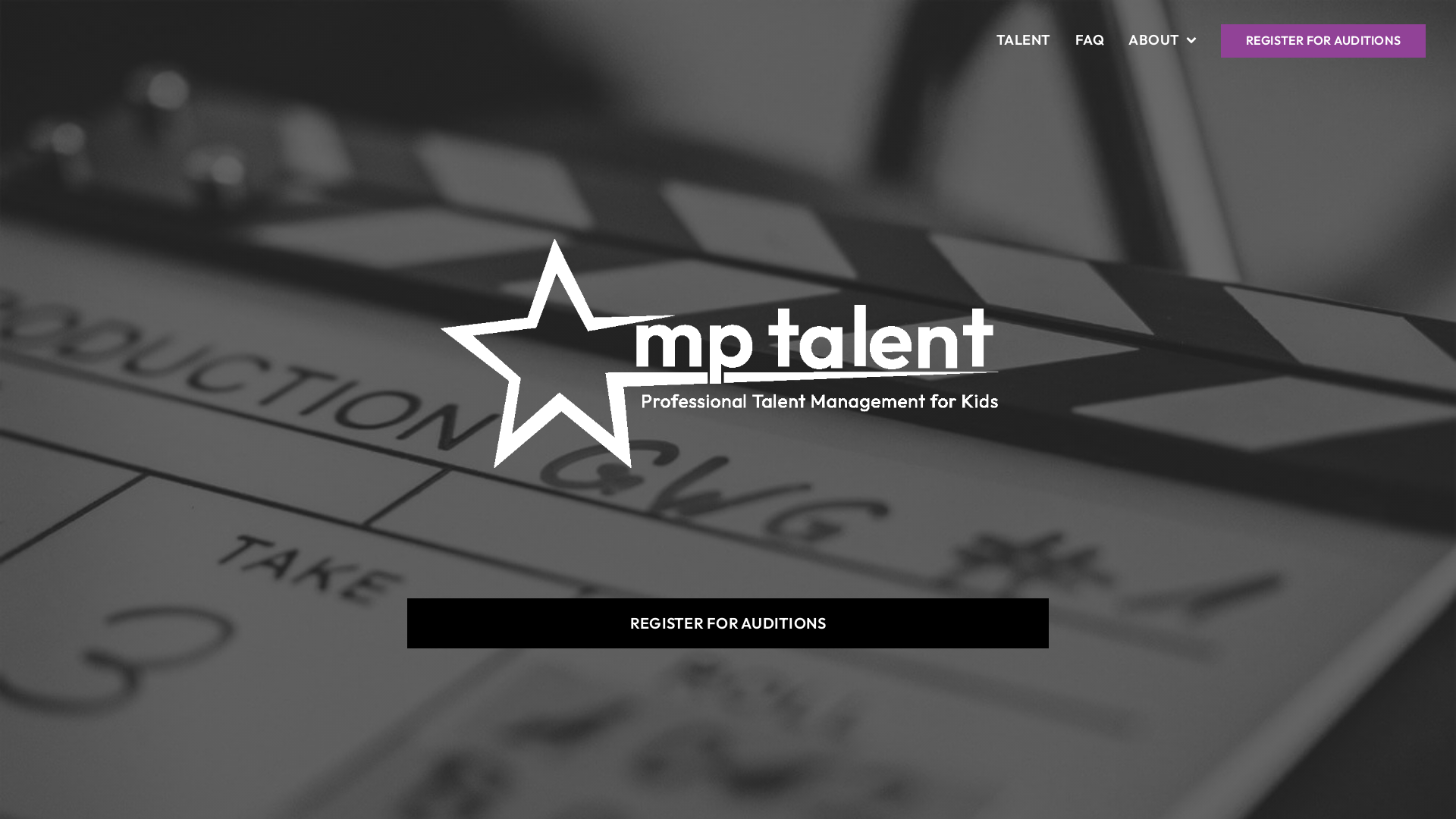 The image size is (1456, 819). I want to click on 'TALENT', so click(1023, 40).